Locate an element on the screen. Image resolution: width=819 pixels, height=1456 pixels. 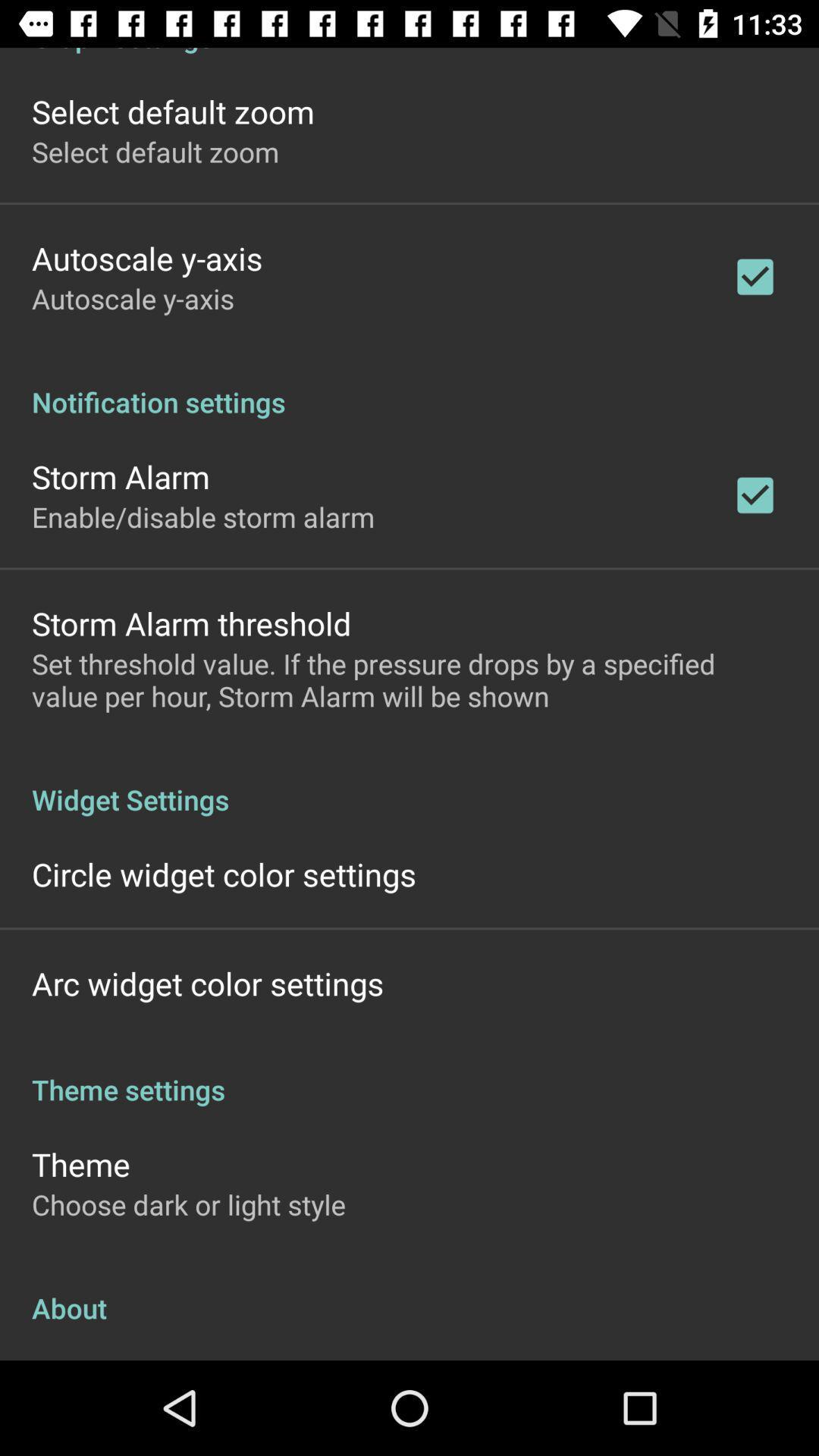
the item above the about app is located at coordinates (188, 1203).